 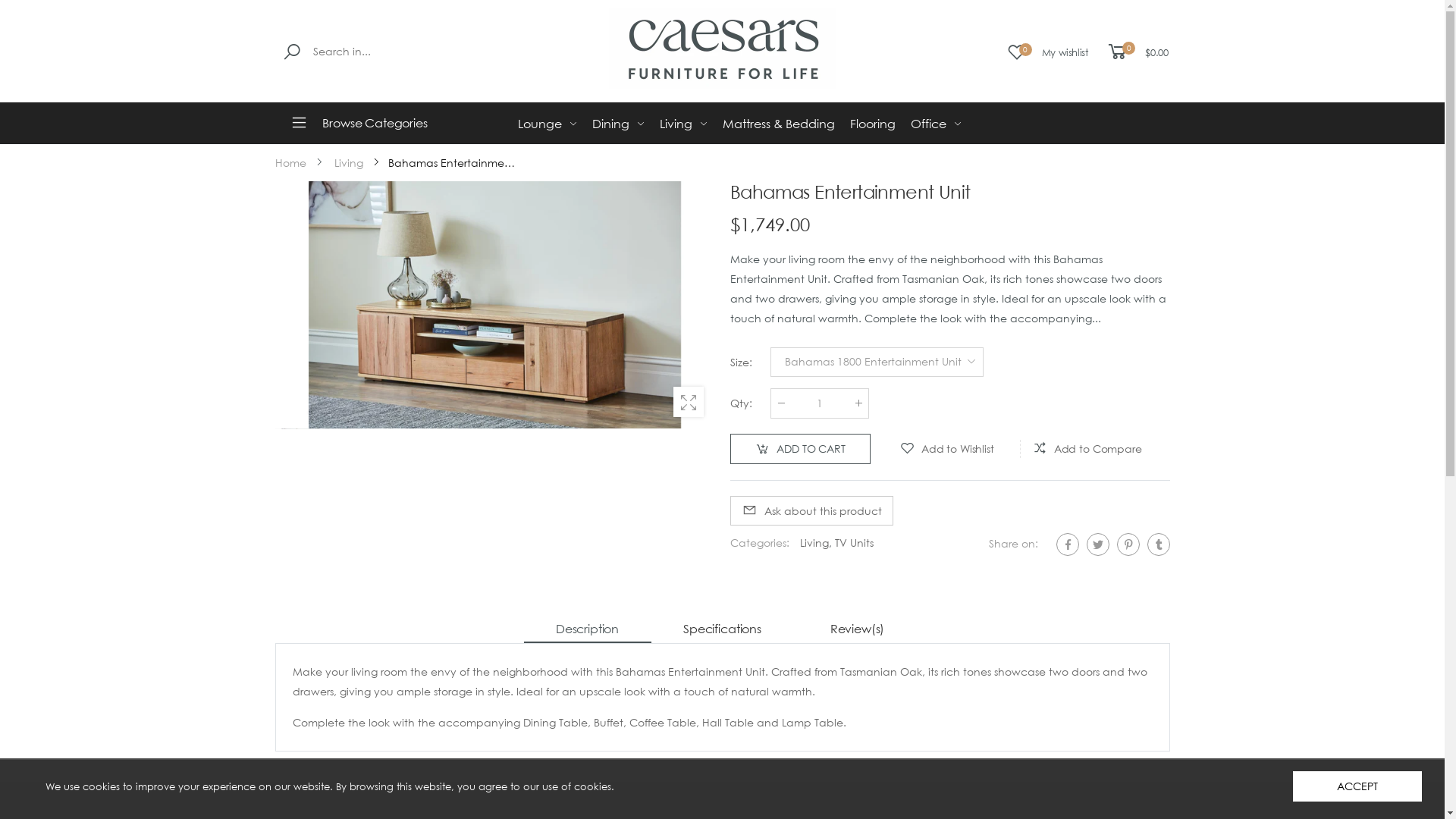 I want to click on 'Mattress & Bedding', so click(x=778, y=122).